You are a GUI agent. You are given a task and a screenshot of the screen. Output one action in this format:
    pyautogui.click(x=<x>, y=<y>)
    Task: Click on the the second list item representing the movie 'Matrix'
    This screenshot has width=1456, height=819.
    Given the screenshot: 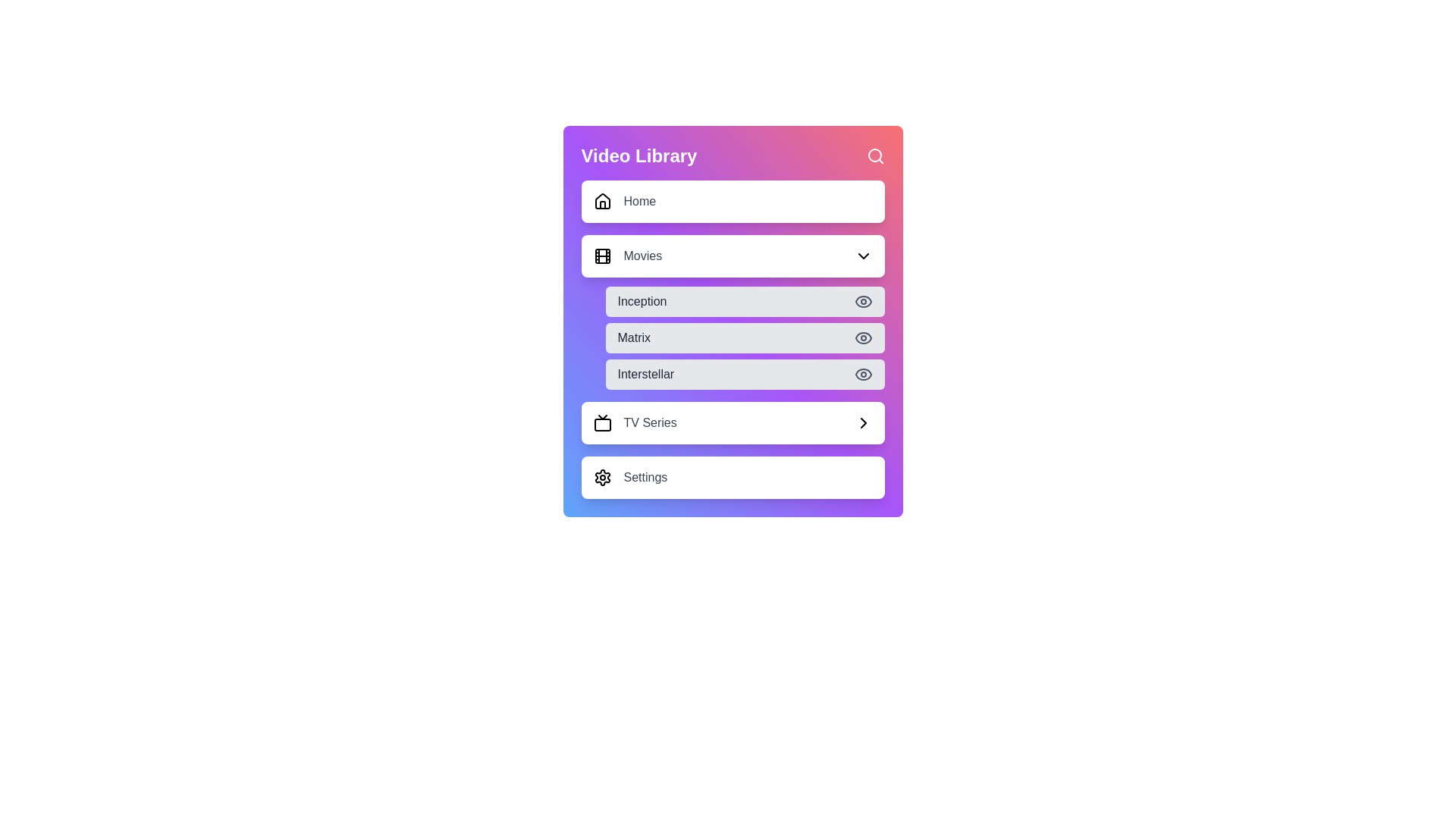 What is the action you would take?
    pyautogui.click(x=733, y=321)
    